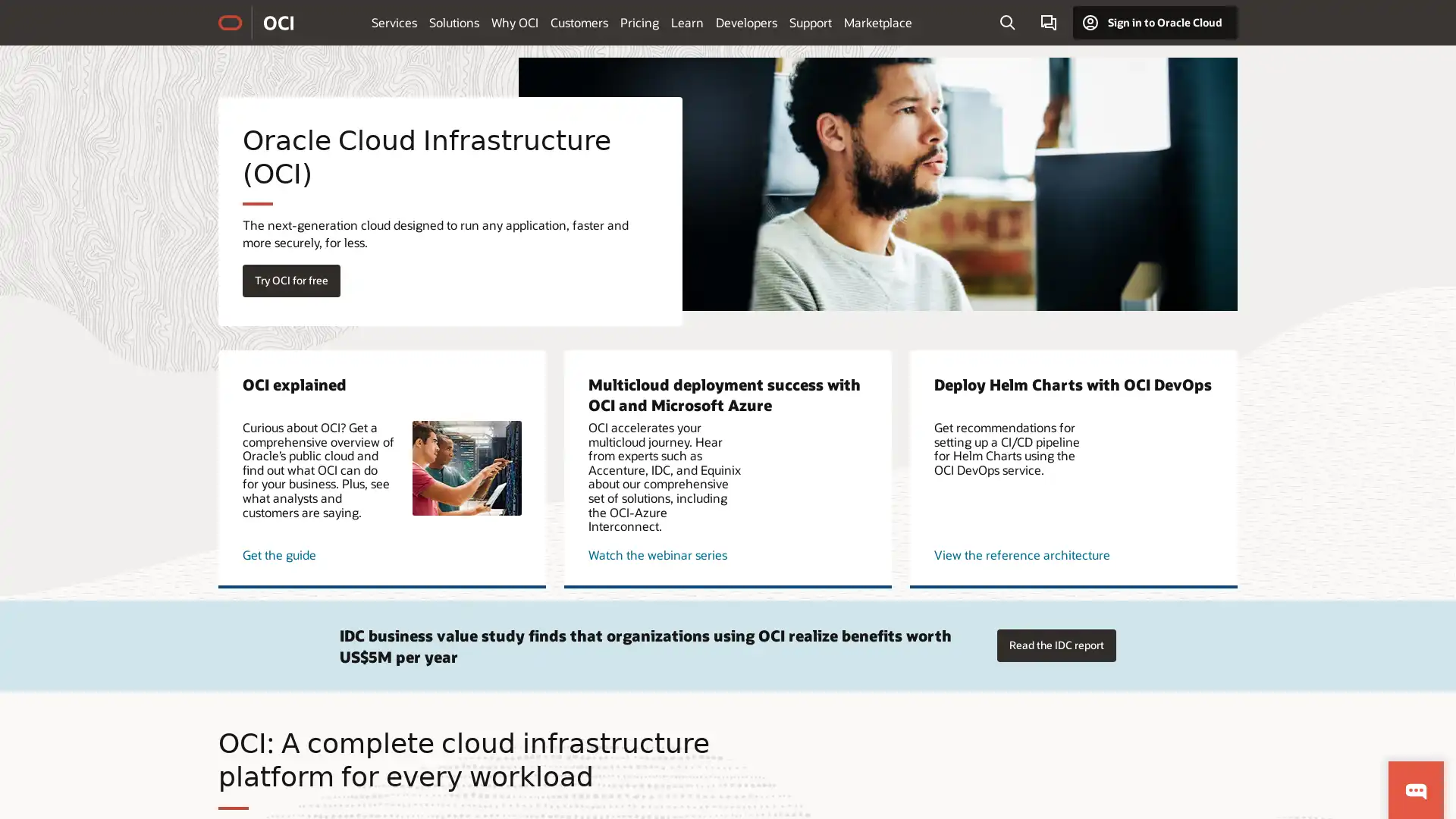  Describe the element at coordinates (394, 22) in the screenshot. I see `Services` at that location.